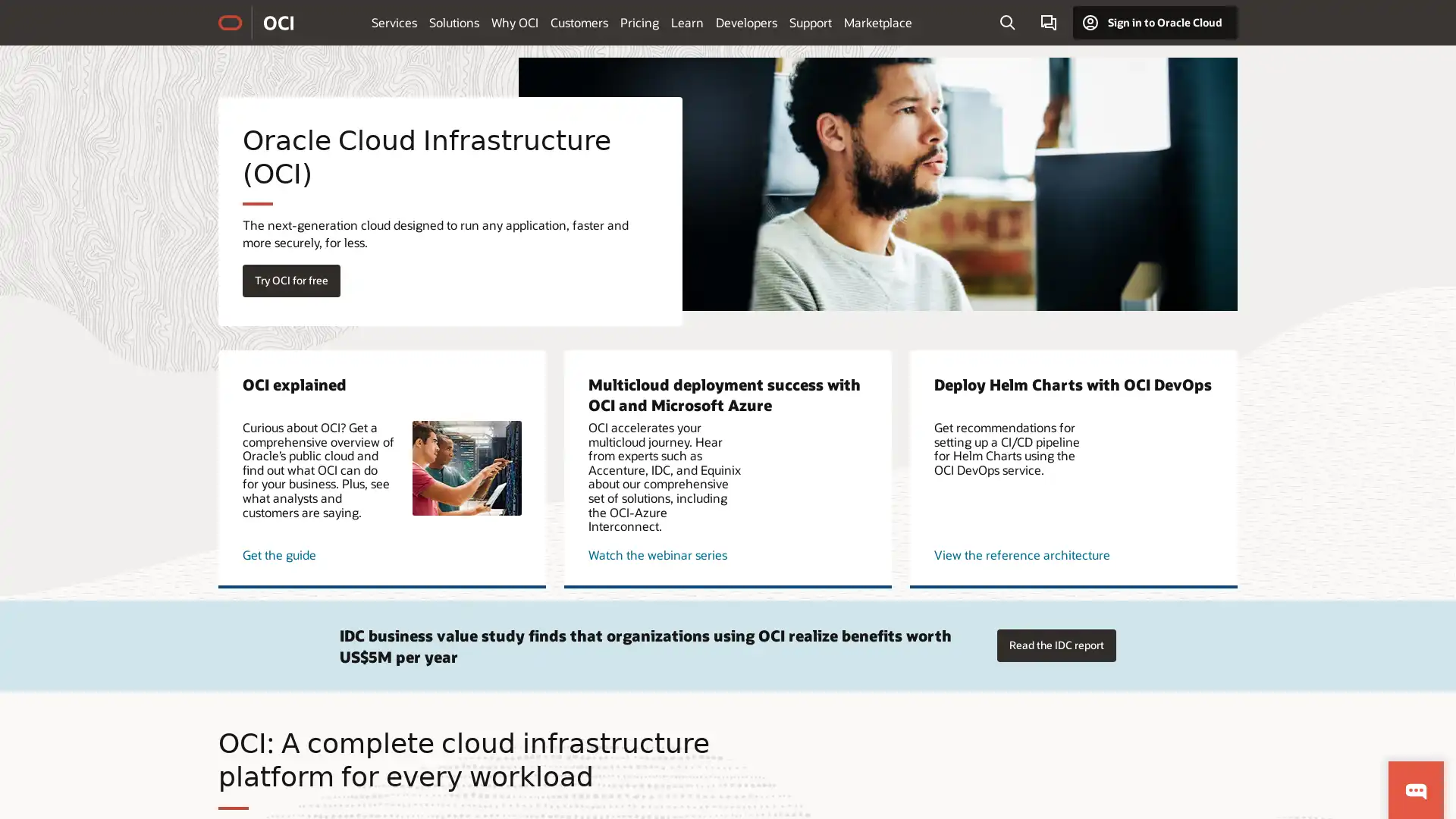  Describe the element at coordinates (394, 22) in the screenshot. I see `Services` at that location.